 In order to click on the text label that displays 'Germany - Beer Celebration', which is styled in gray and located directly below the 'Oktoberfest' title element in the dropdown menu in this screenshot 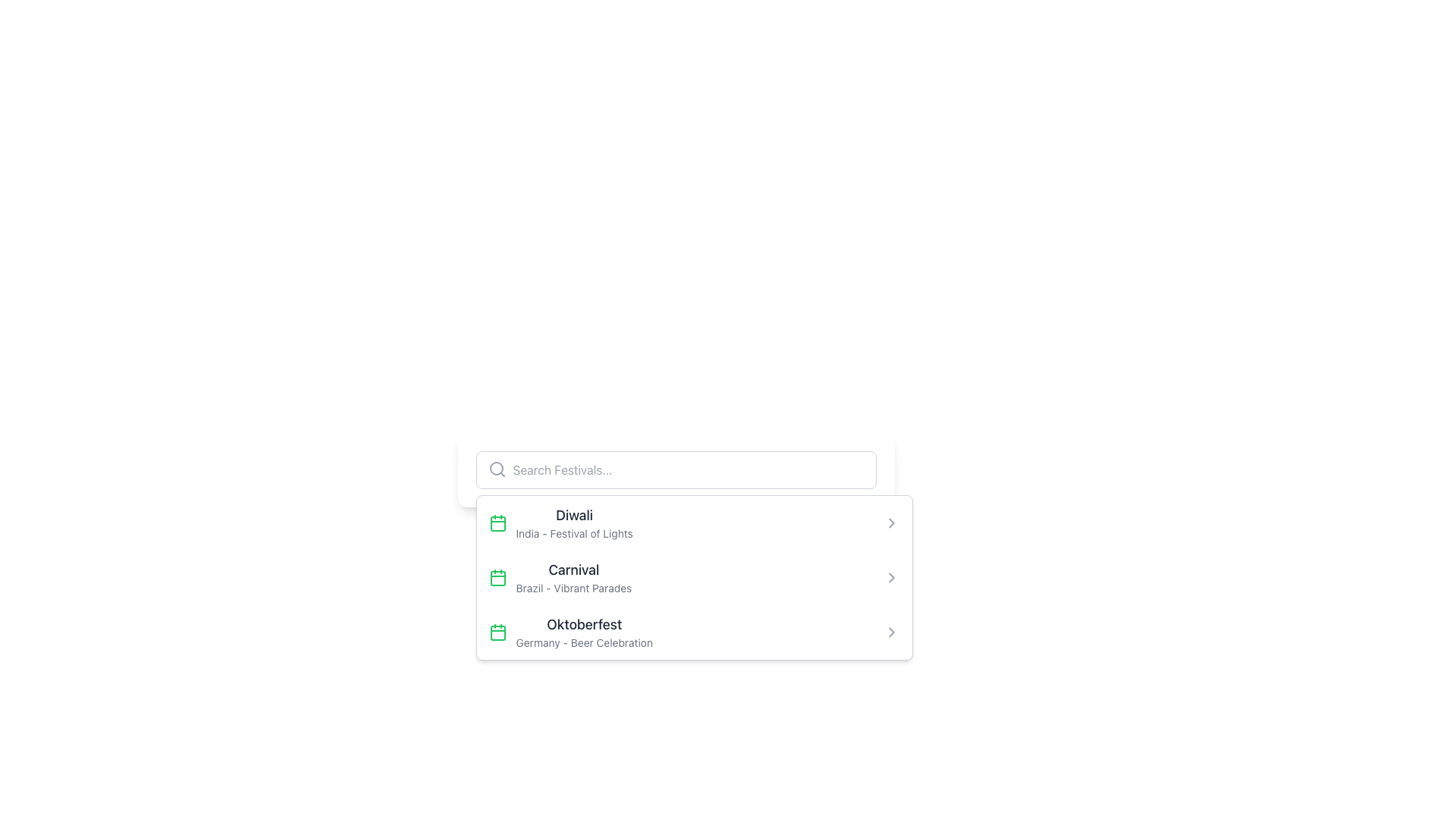, I will do `click(583, 643)`.